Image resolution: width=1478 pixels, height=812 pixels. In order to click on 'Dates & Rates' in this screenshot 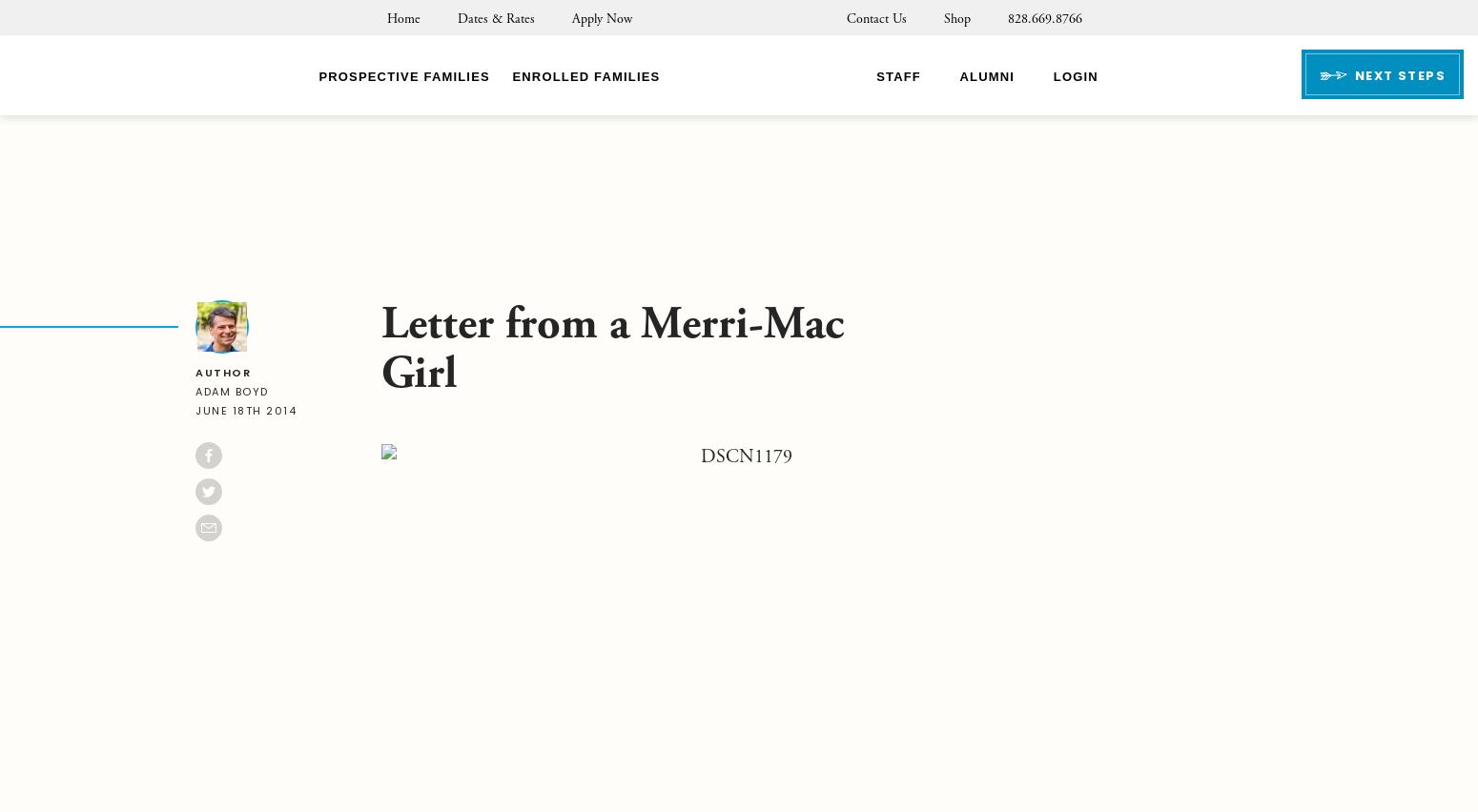, I will do `click(494, 18)`.